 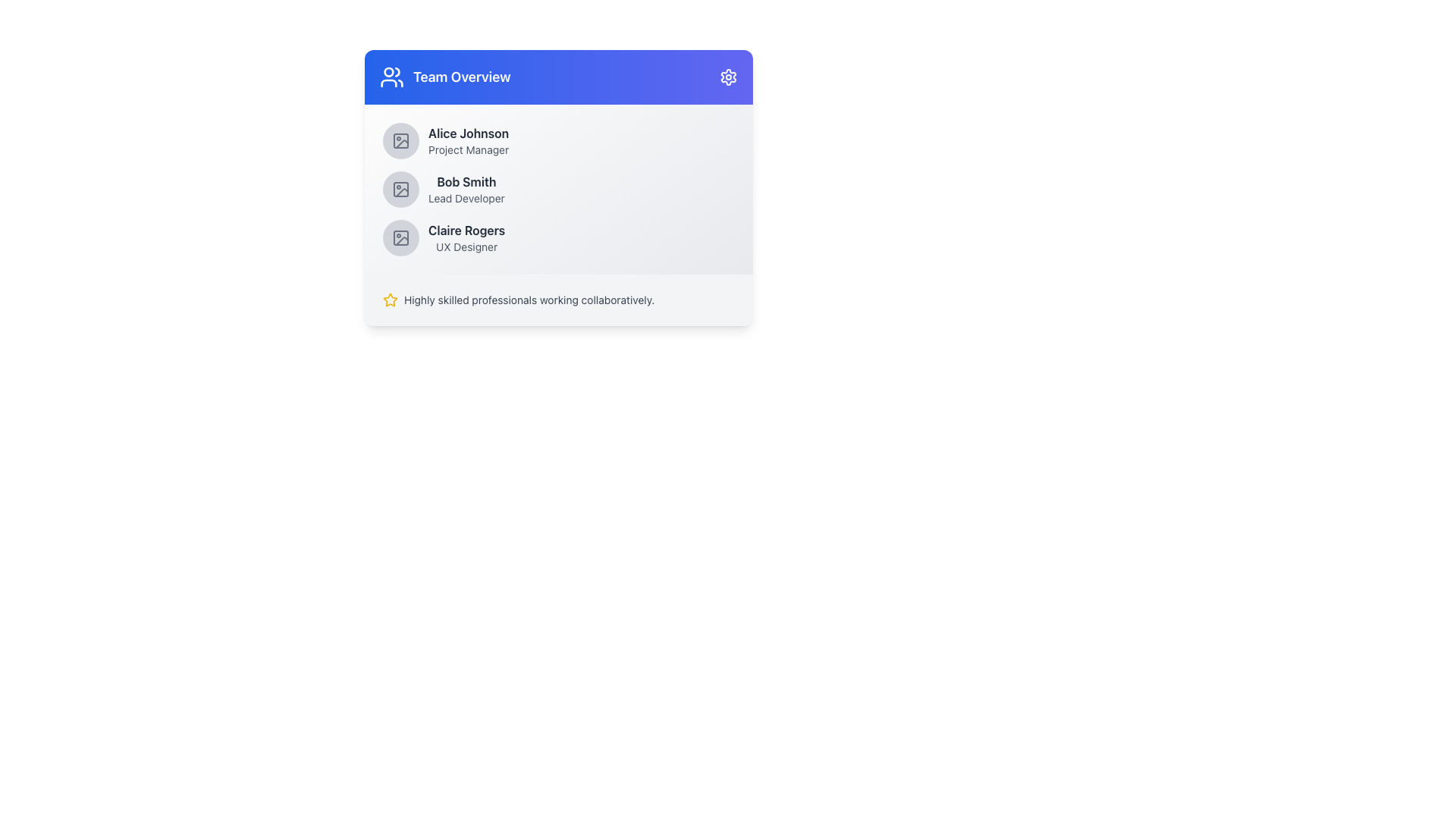 What do you see at coordinates (400, 189) in the screenshot?
I see `the profile picture icon for 'Bob Smith - Lead Developer', located in the center of the second row` at bounding box center [400, 189].